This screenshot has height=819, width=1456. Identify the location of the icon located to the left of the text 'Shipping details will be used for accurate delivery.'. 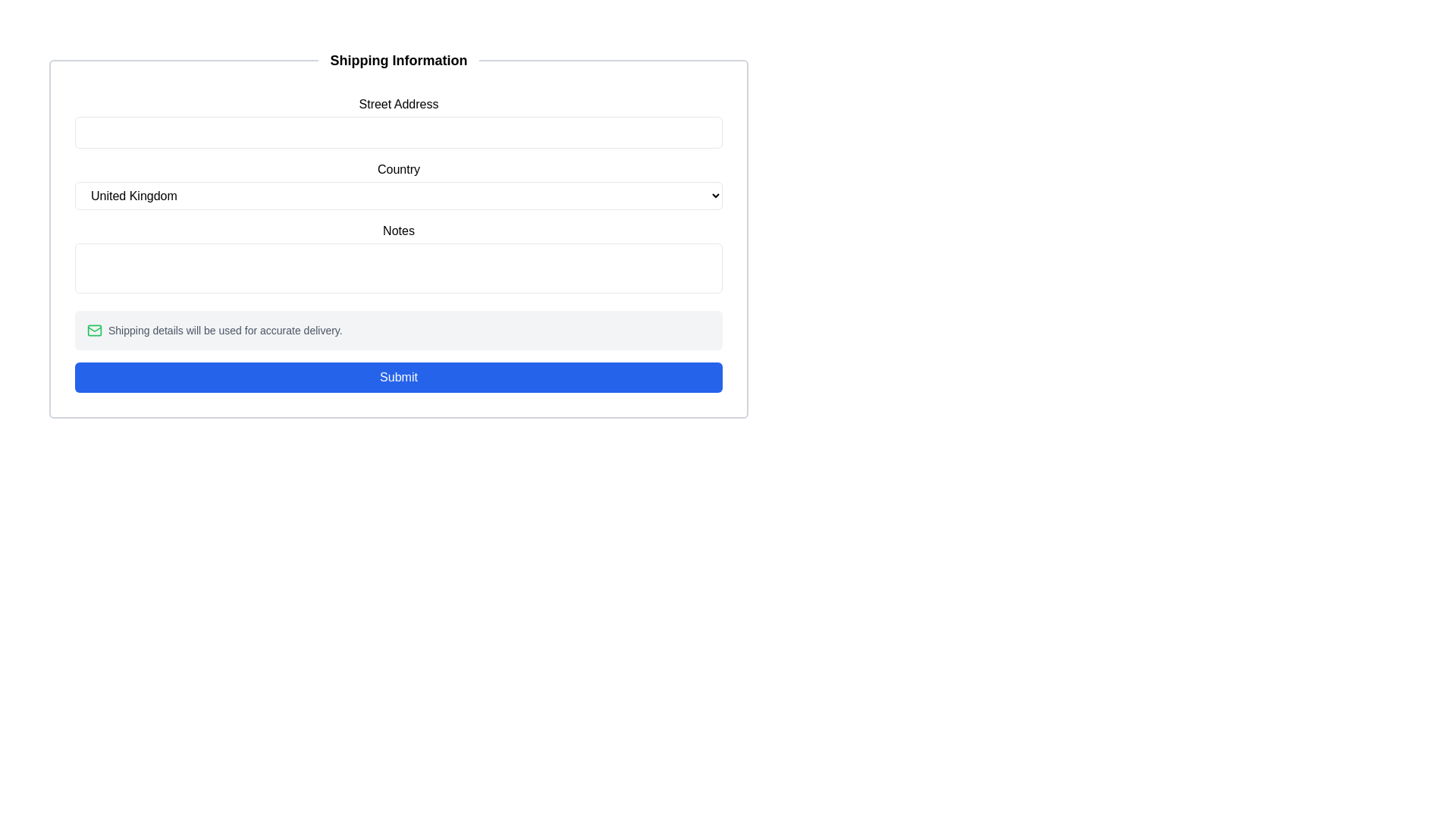
(93, 329).